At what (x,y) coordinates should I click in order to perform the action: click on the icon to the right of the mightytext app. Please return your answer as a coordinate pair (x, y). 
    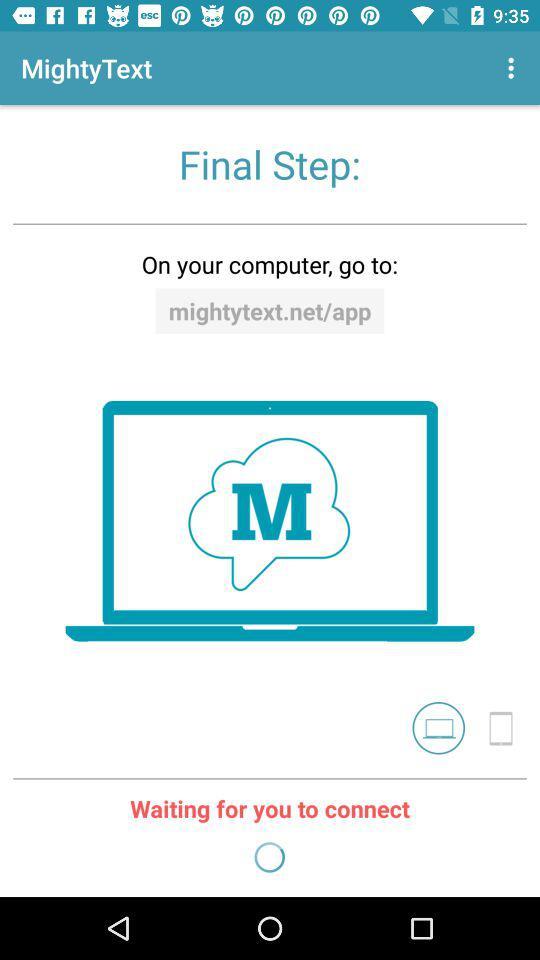
    Looking at the image, I should click on (513, 68).